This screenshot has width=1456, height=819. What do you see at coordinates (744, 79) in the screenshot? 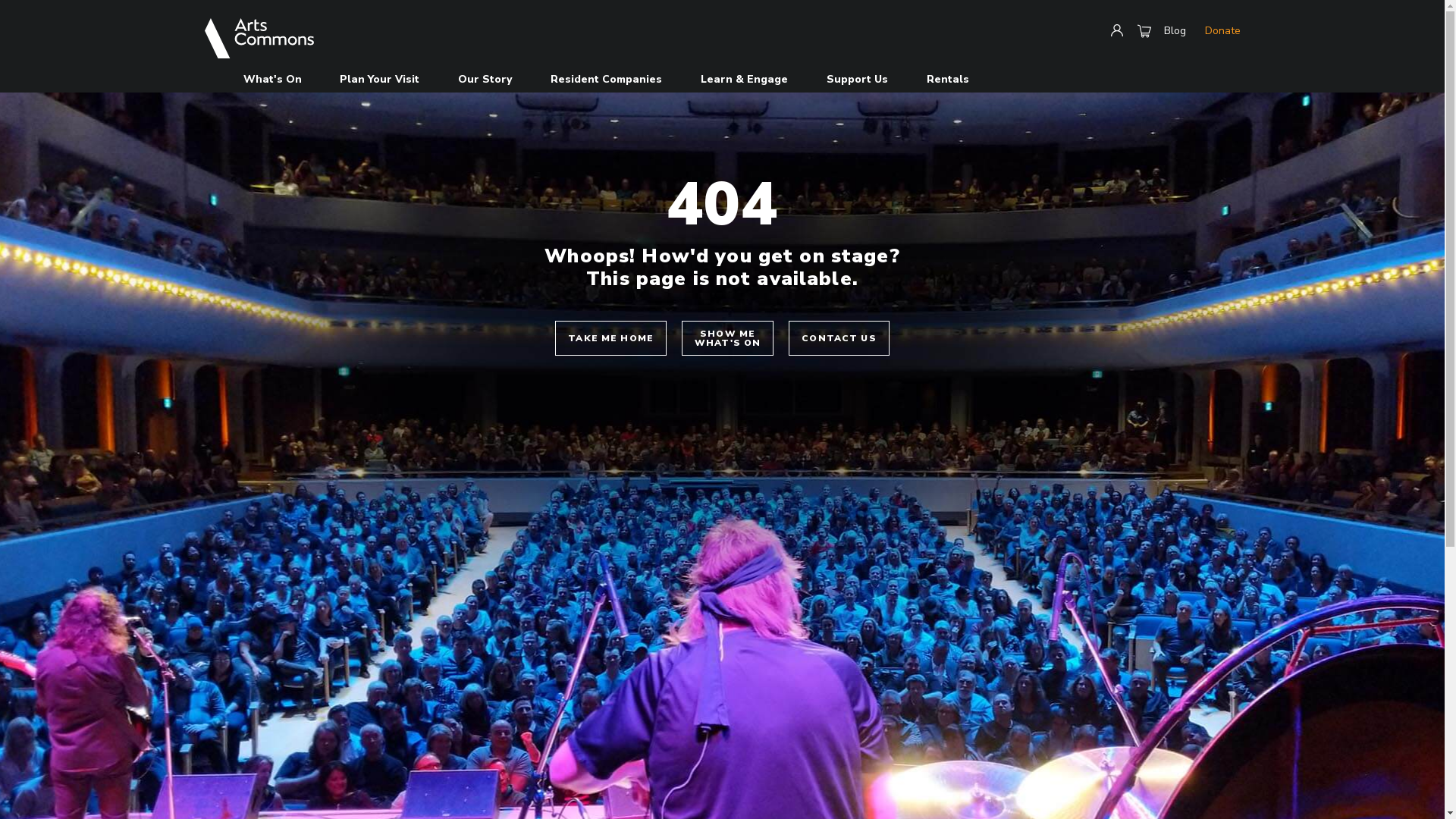
I see `'Learn & Engage'` at bounding box center [744, 79].